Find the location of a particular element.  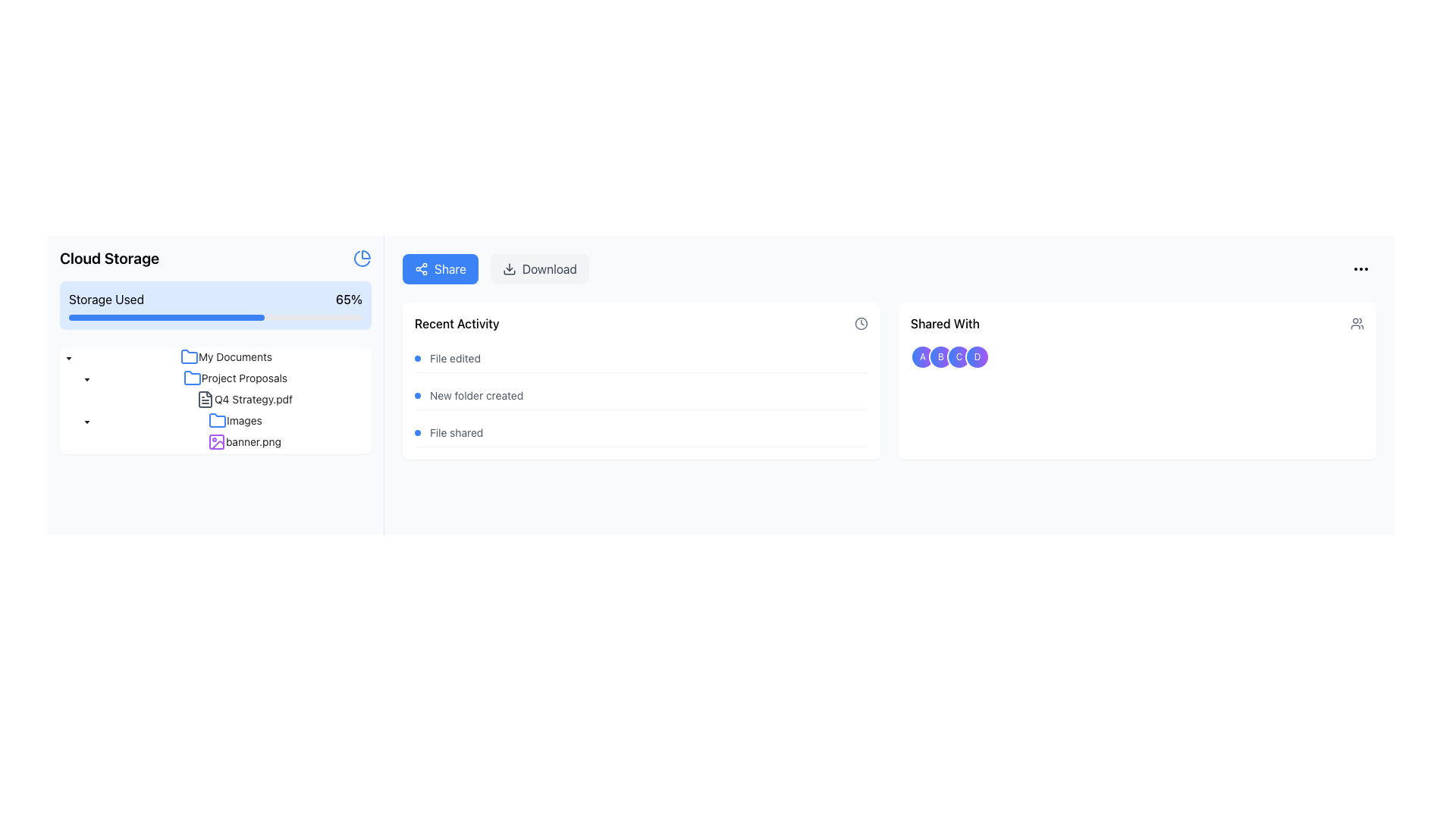

the interactive toggle icon (caret-down arrow) is located at coordinates (86, 421).